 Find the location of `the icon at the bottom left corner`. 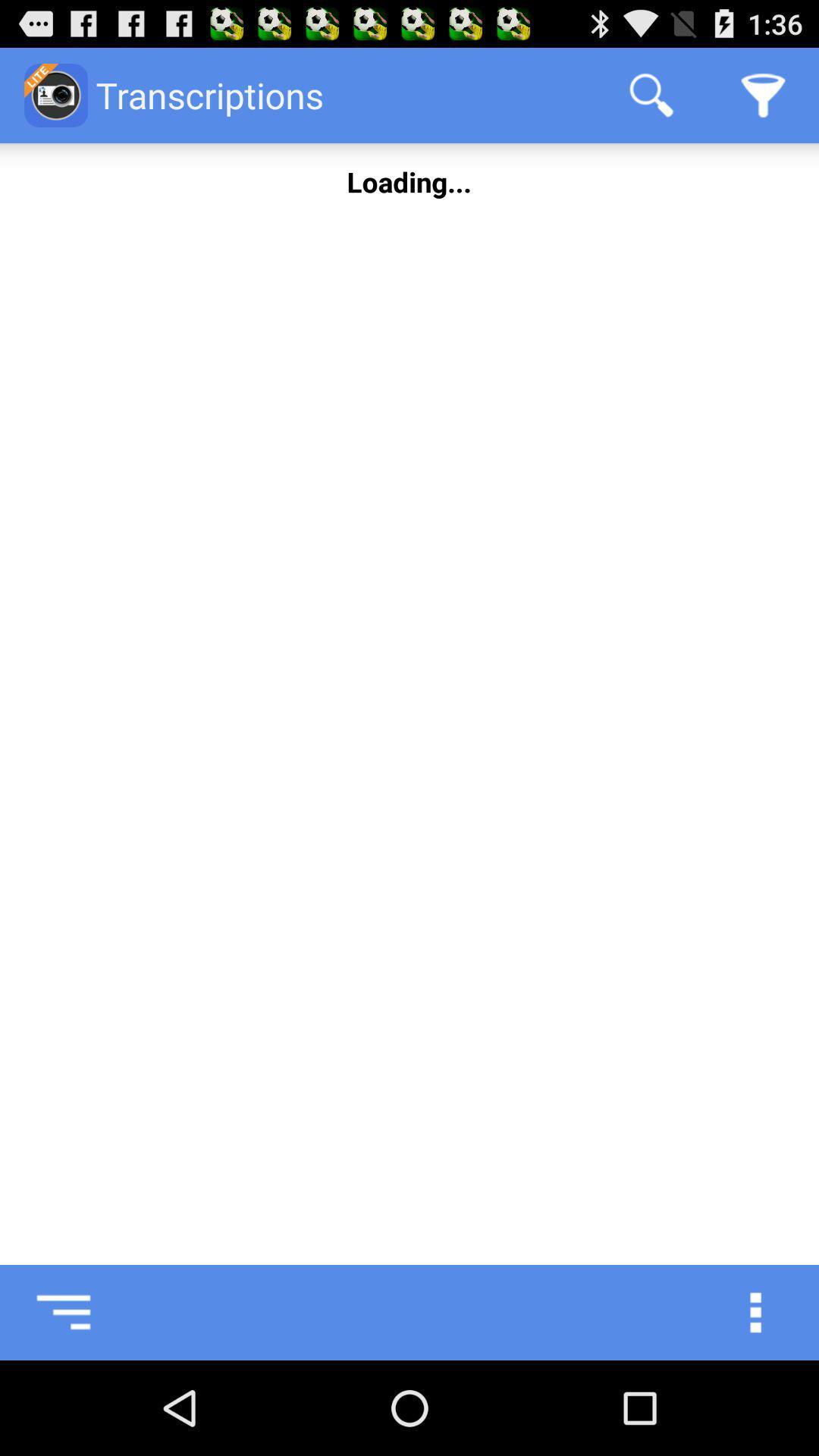

the icon at the bottom left corner is located at coordinates (46, 1312).